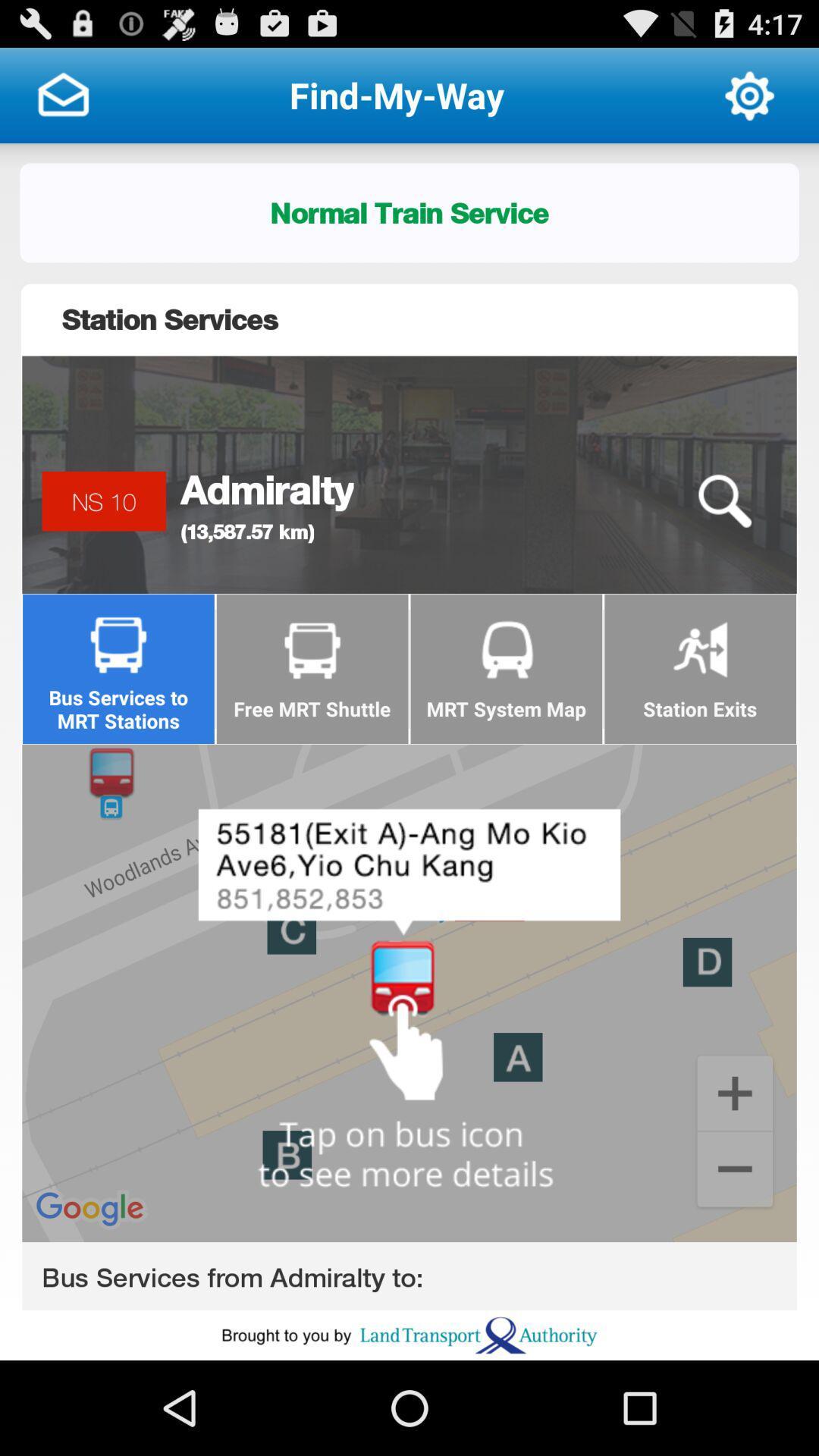  Describe the element at coordinates (734, 1168) in the screenshot. I see `the add icon` at that location.